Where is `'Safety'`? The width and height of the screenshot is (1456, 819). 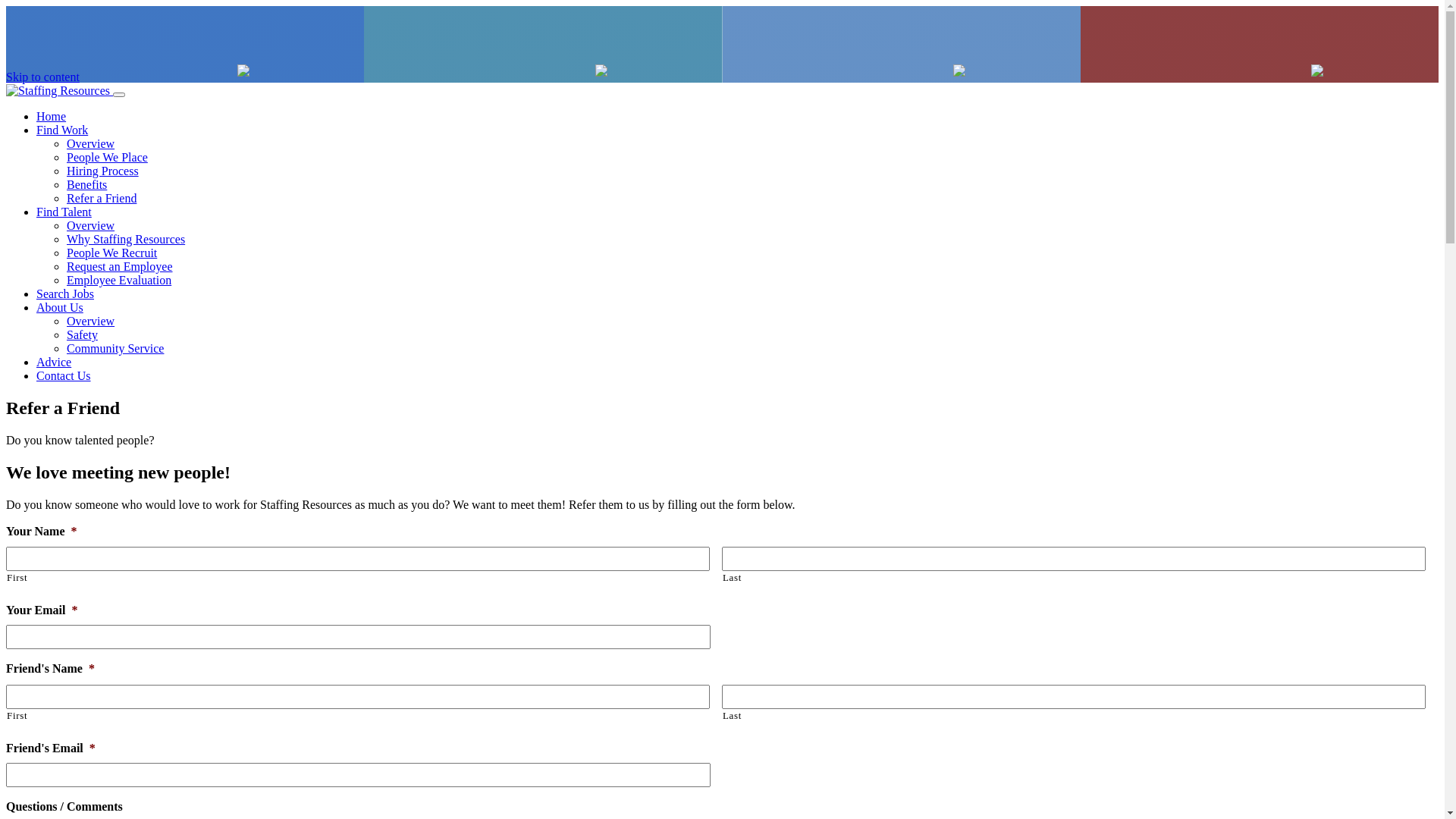 'Safety' is located at coordinates (81, 334).